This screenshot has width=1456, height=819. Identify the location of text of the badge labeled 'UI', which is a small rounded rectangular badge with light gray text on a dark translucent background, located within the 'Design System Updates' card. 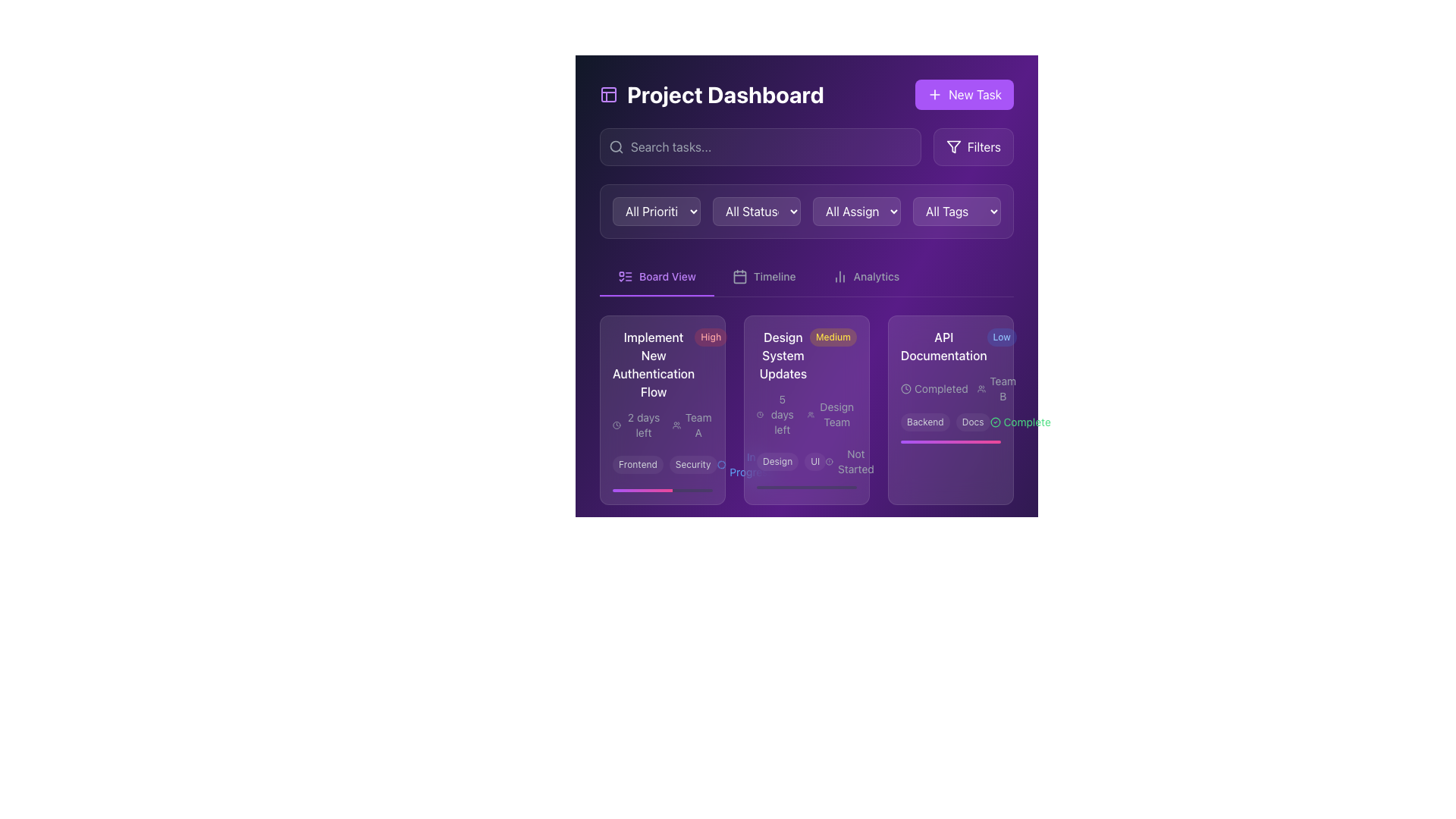
(814, 461).